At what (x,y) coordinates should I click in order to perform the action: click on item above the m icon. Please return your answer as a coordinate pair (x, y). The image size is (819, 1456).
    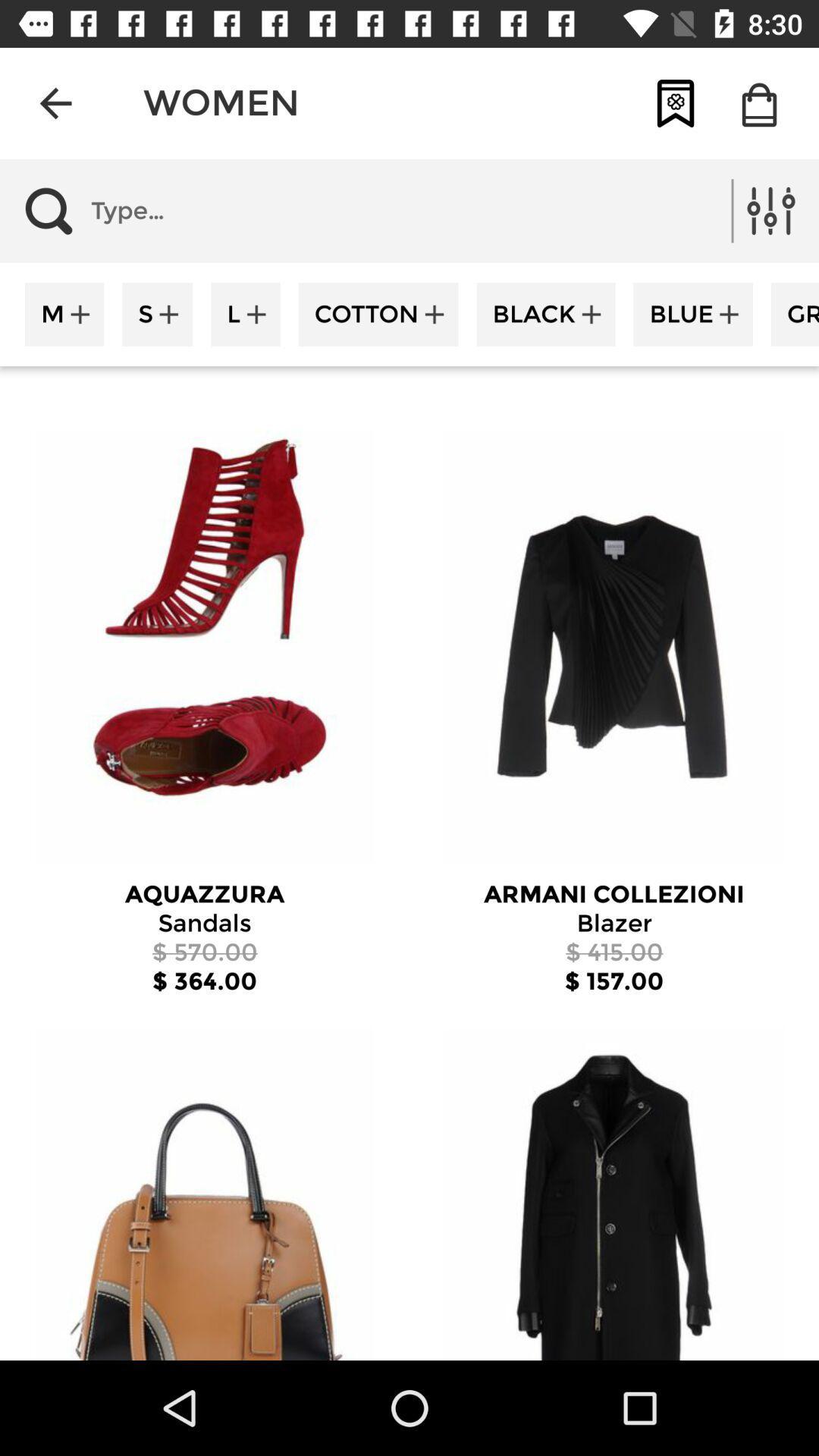
    Looking at the image, I should click on (210, 210).